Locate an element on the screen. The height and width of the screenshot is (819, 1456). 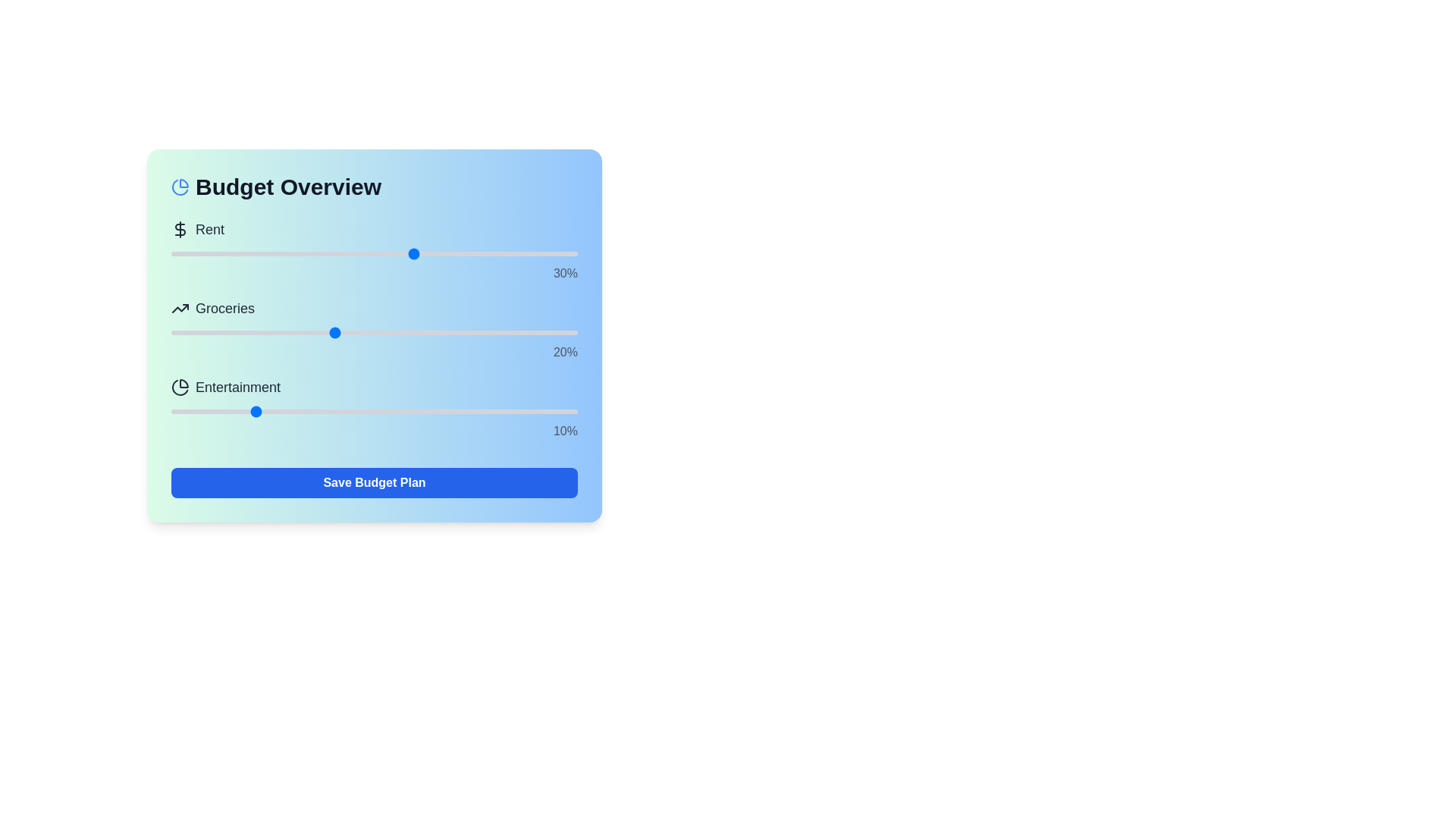
the slider is located at coordinates (268, 412).